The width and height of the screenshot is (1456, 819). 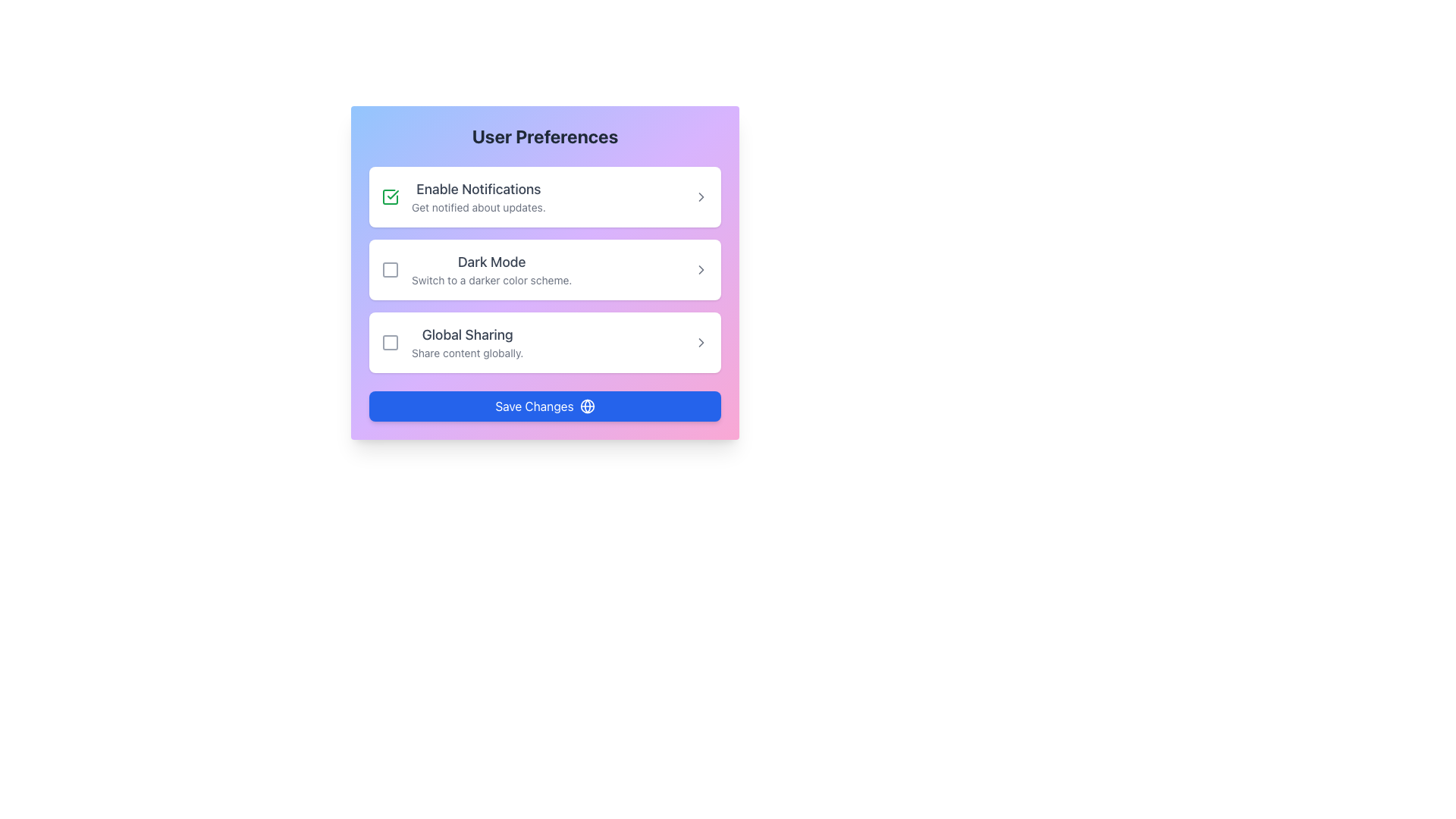 I want to click on the SVG graphical shape (rounded square) representing the 'Global Sharing' option in the preferences section to indicate its state, so click(x=390, y=342).